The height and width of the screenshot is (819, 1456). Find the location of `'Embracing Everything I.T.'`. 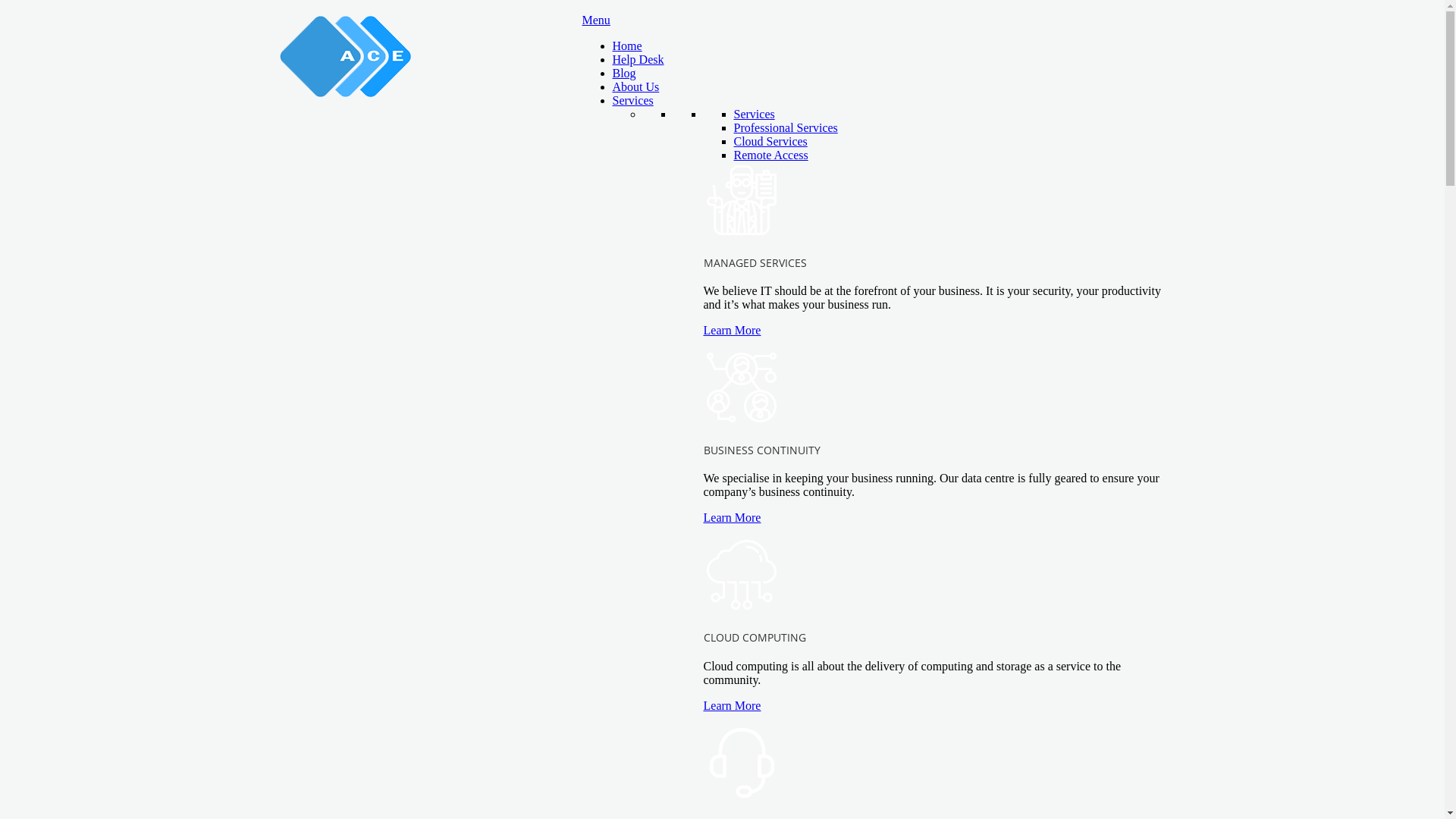

'Embracing Everything I.T.' is located at coordinates (279, 55).